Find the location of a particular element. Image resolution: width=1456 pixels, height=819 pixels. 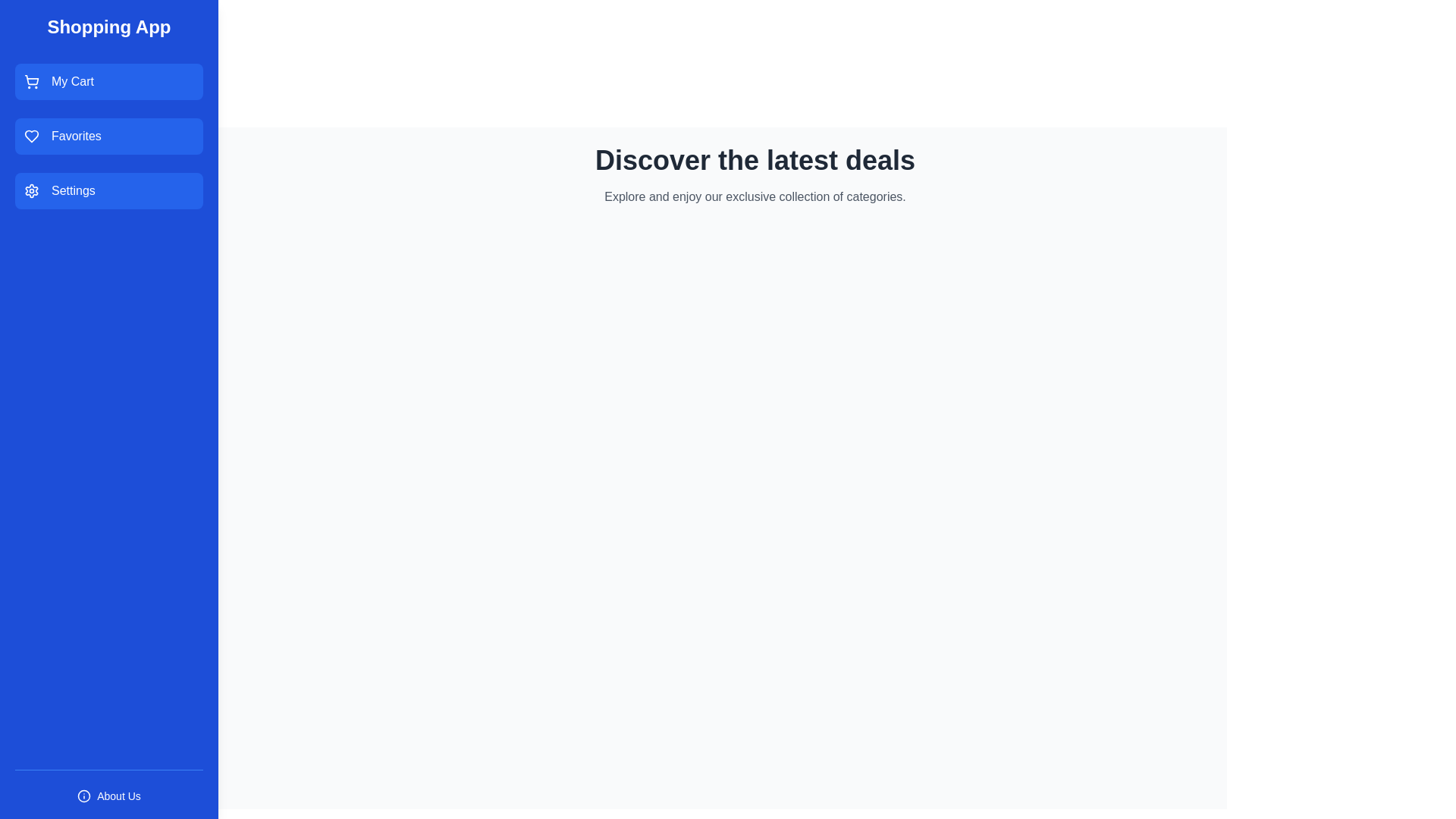

the 'About Us' button located in the footer of the drawer is located at coordinates (108, 795).